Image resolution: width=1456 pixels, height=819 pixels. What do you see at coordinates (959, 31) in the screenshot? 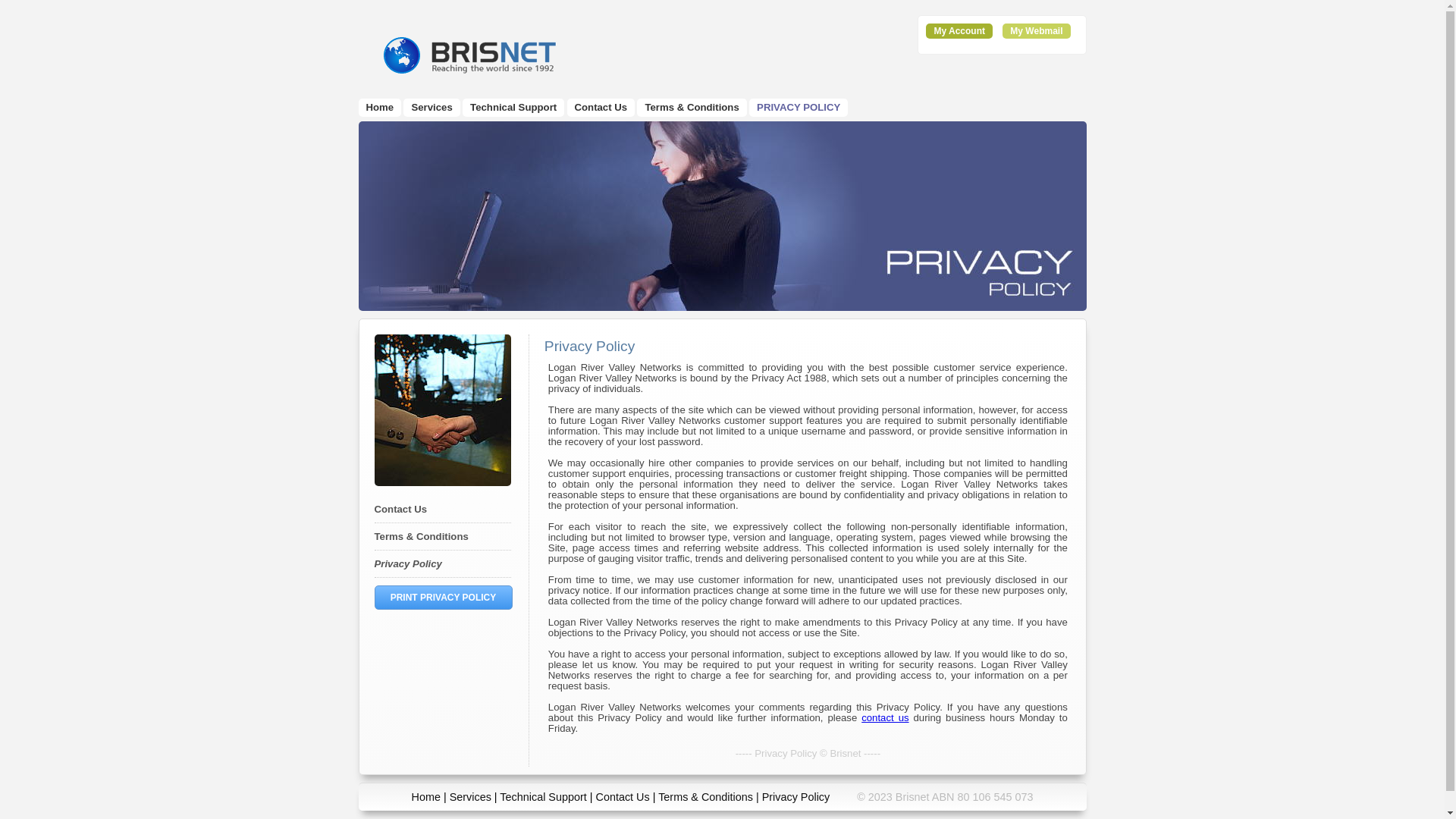
I see `'My Account'` at bounding box center [959, 31].